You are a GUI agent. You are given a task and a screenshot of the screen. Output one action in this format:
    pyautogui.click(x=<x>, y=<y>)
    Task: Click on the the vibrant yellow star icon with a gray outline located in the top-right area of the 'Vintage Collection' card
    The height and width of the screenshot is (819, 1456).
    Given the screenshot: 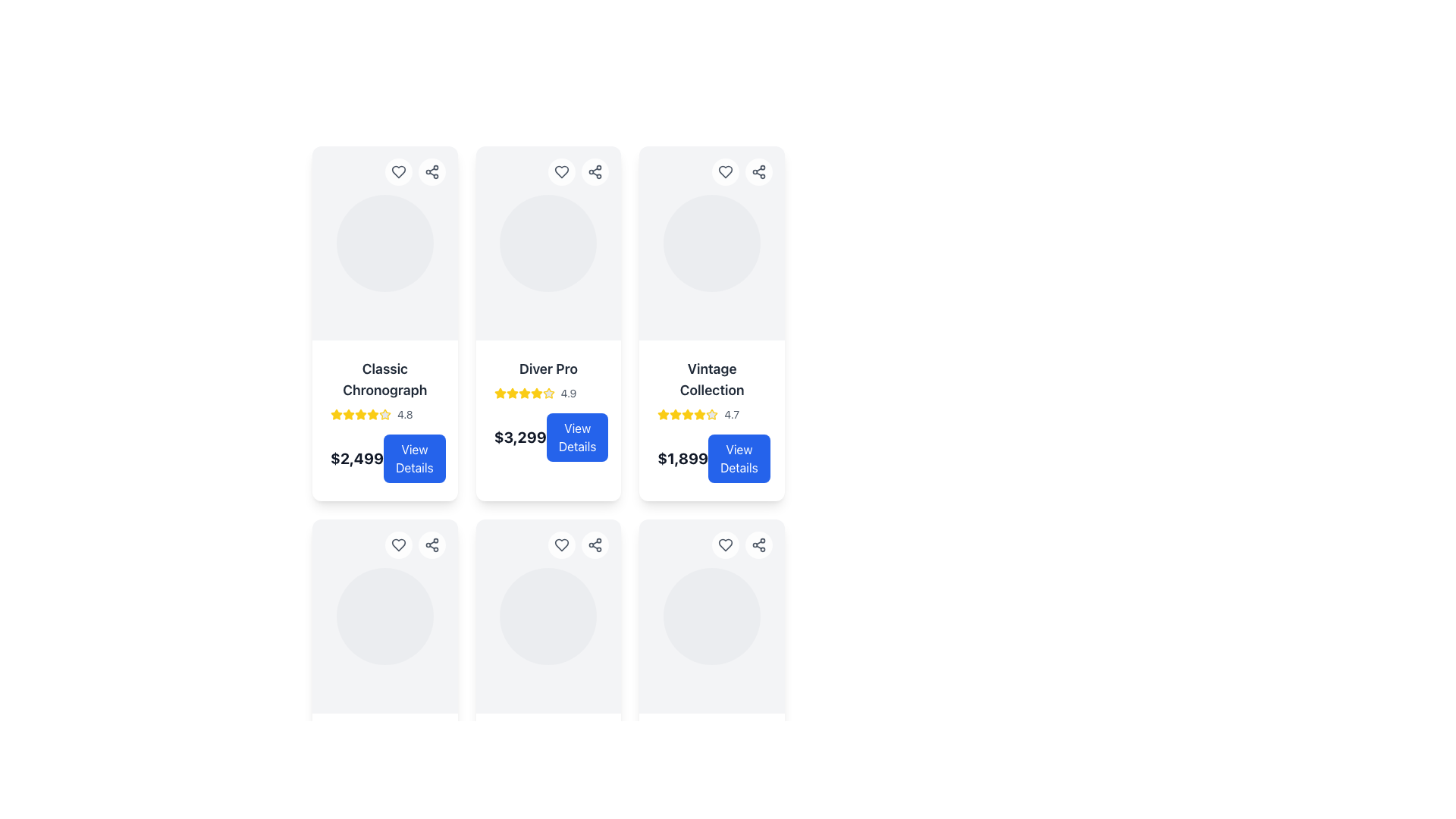 What is the action you would take?
    pyautogui.click(x=711, y=414)
    